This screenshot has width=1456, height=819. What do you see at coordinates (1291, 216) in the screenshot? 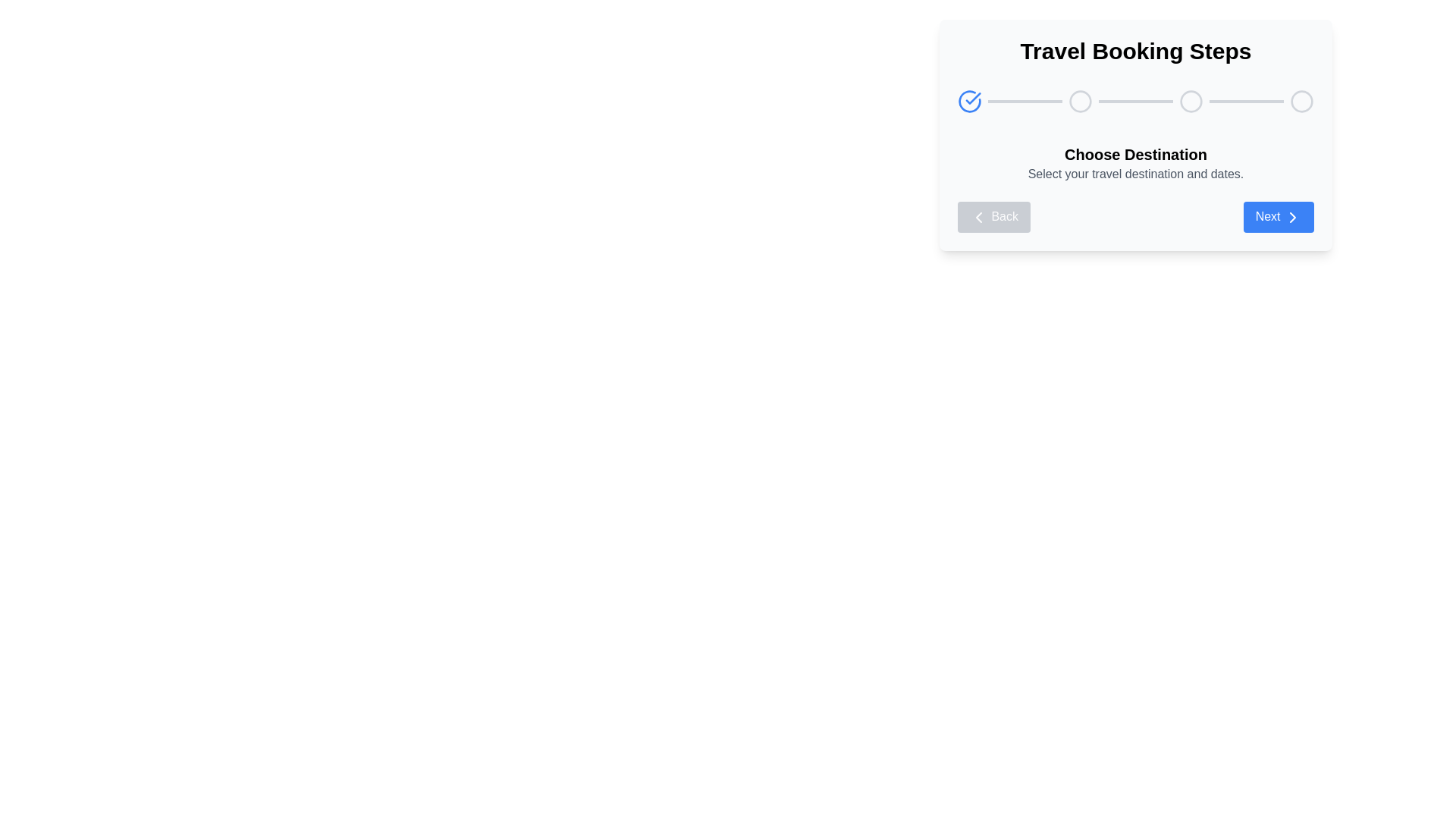
I see `the 'Next' button containing the right-pointing chevron icon to observe the hover effect` at bounding box center [1291, 216].